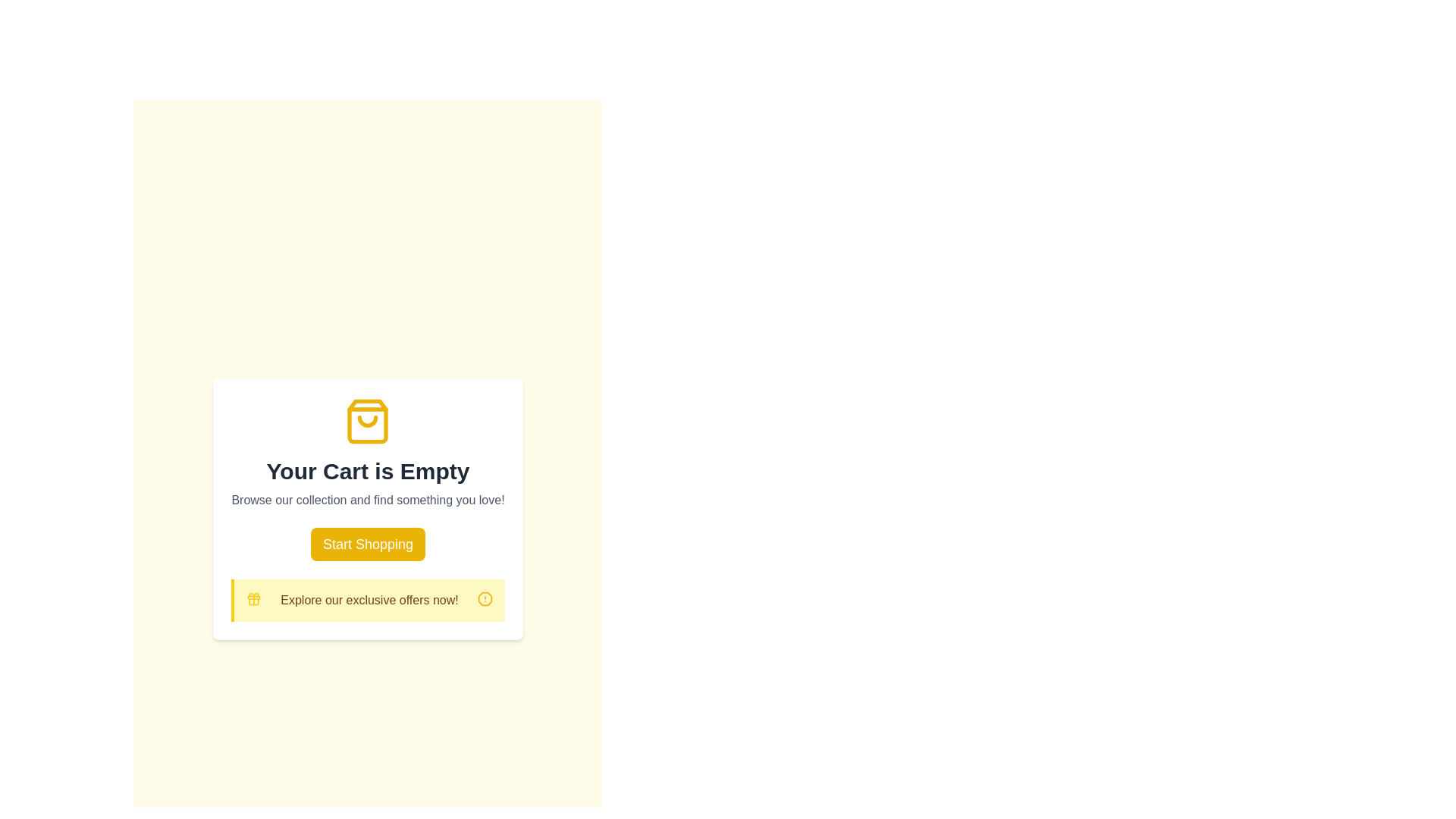  What do you see at coordinates (368, 509) in the screenshot?
I see `promotional text in the notification card that says 'Browse our collection and find something you love!'` at bounding box center [368, 509].